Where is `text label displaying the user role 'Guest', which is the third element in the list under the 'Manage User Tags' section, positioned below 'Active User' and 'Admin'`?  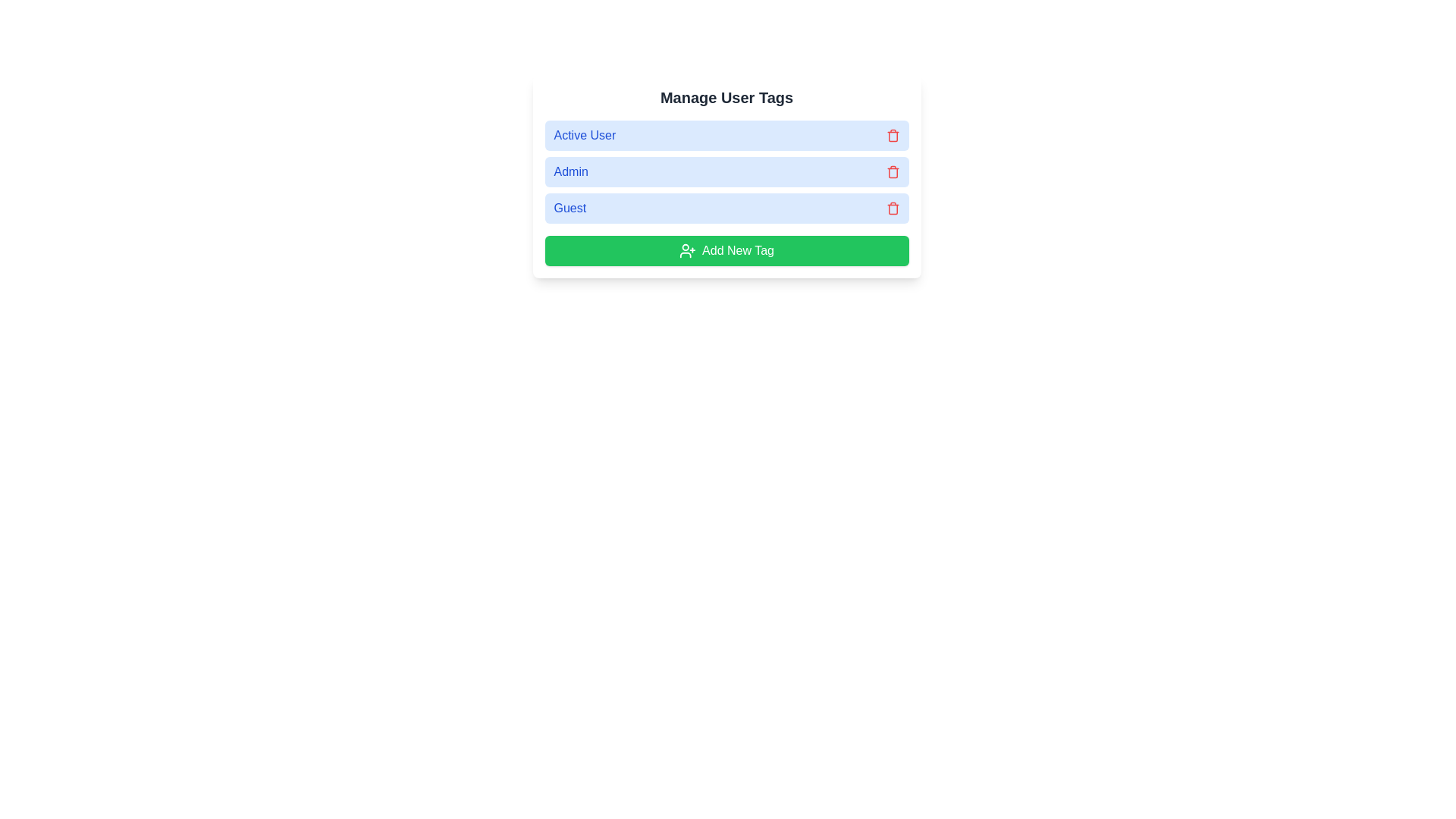 text label displaying the user role 'Guest', which is the third element in the list under the 'Manage User Tags' section, positioned below 'Active User' and 'Admin' is located at coordinates (569, 208).